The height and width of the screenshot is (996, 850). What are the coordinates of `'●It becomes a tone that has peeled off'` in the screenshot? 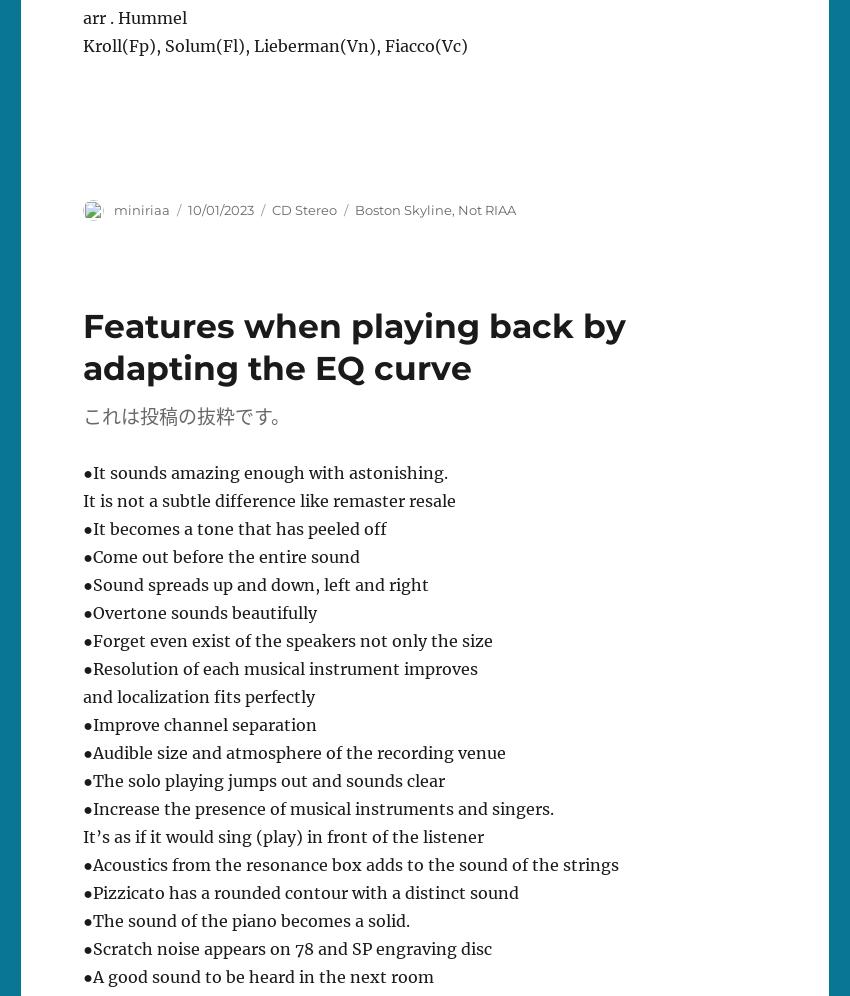 It's located at (234, 528).